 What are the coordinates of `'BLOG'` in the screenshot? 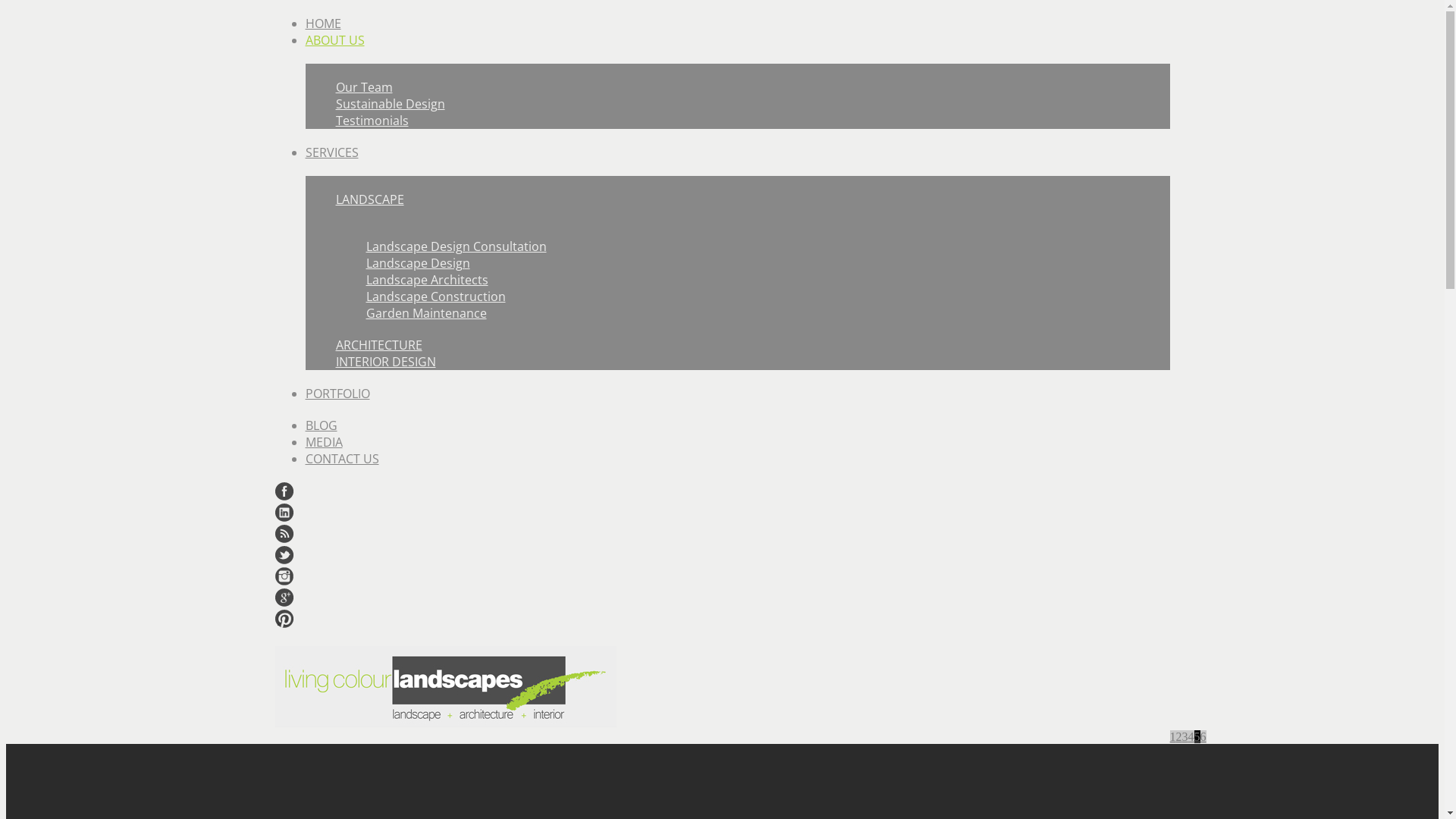 It's located at (319, 425).